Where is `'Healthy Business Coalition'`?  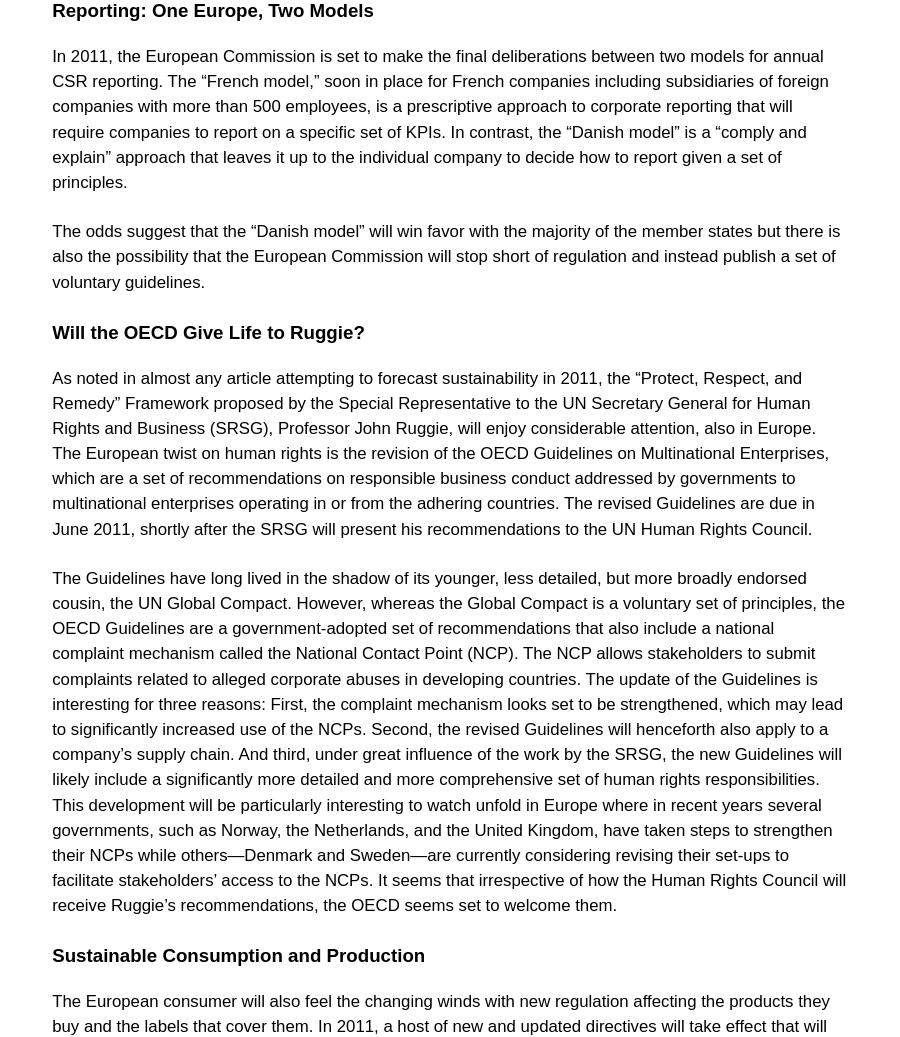 'Healthy Business Coalition' is located at coordinates (163, 5).